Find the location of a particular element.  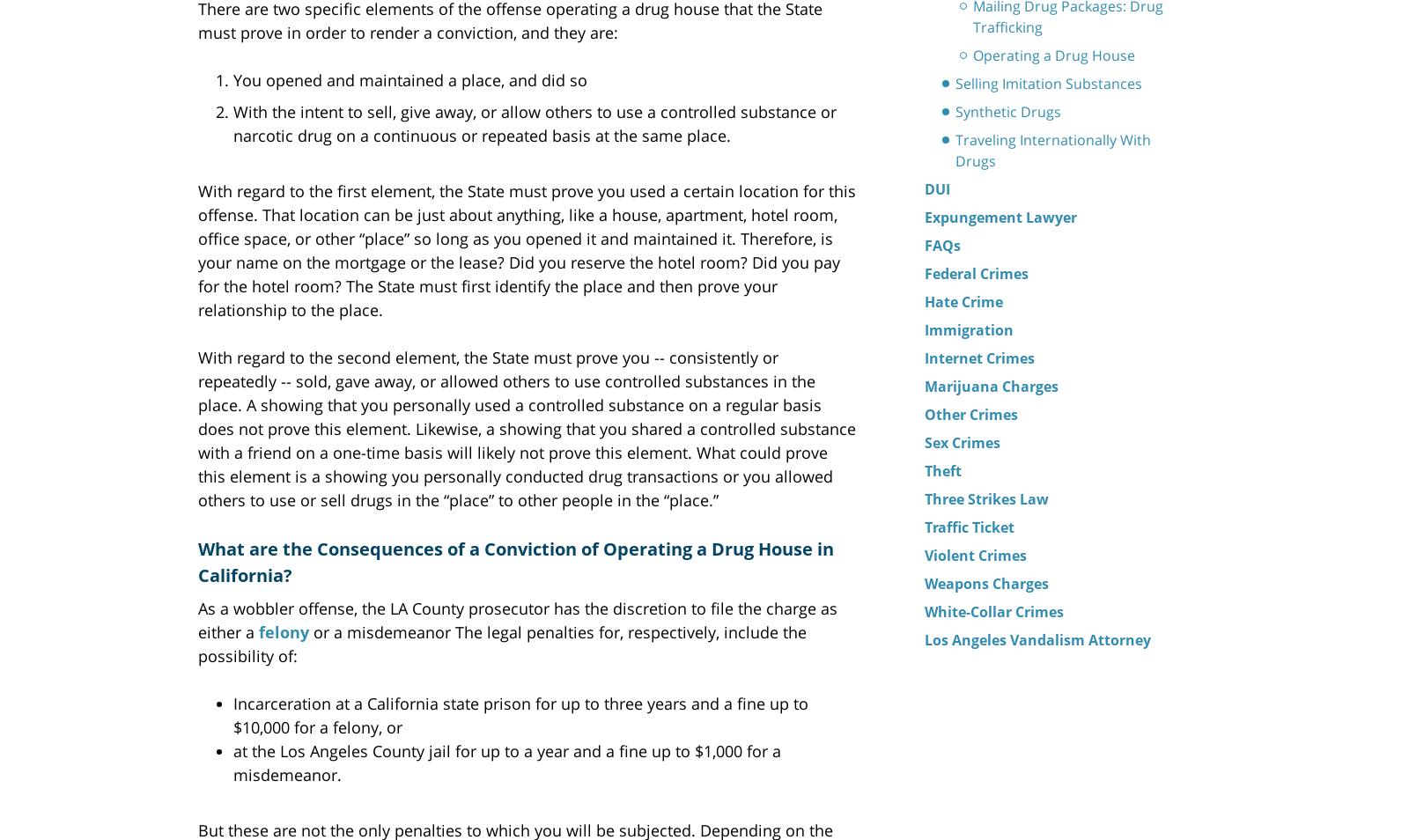

'What are the Consequences of a Conviction of Operating a Drug House in California?' is located at coordinates (197, 560).